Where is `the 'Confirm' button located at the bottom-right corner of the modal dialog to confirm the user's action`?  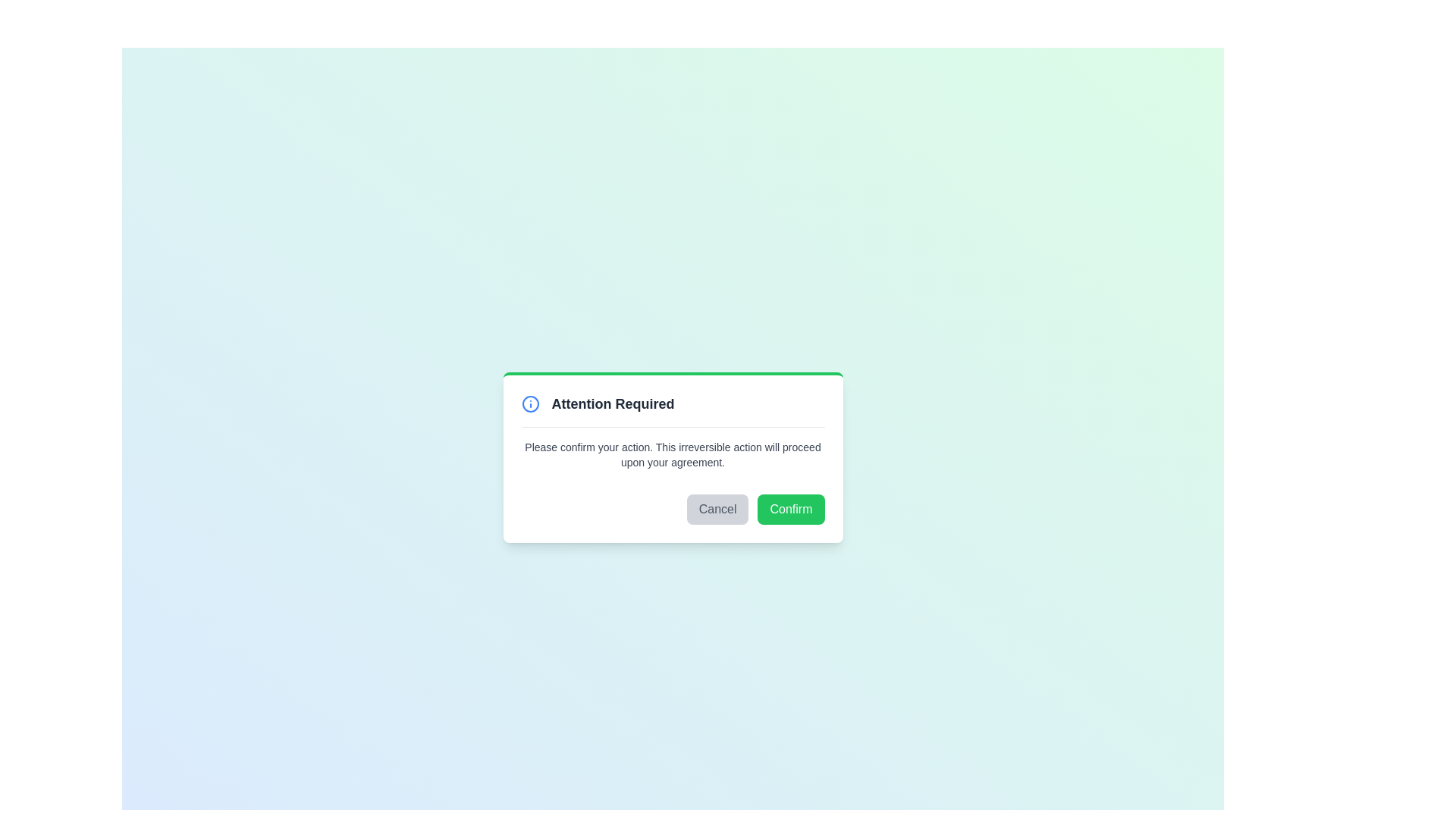 the 'Confirm' button located at the bottom-right corner of the modal dialog to confirm the user's action is located at coordinates (790, 509).